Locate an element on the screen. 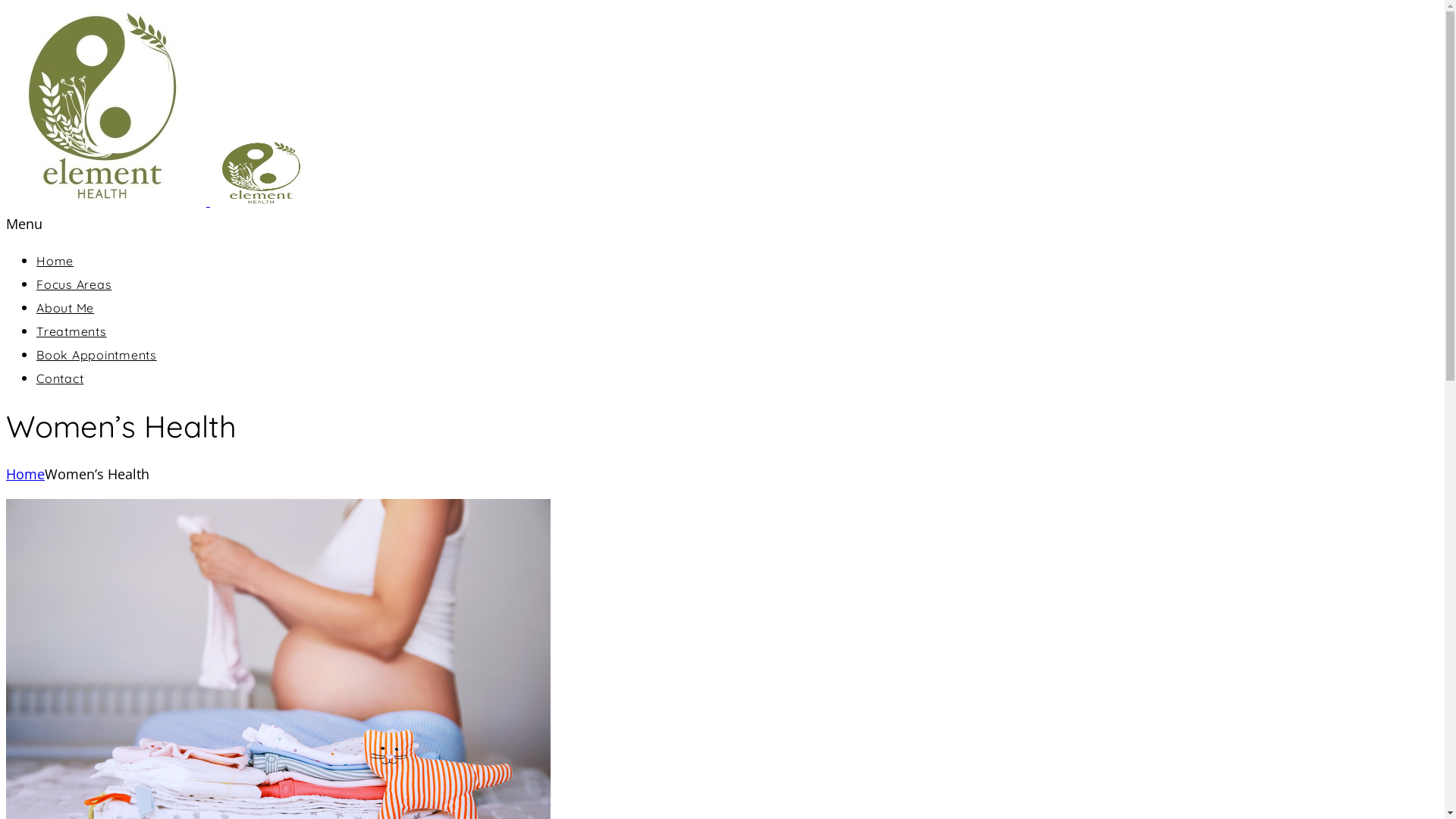  'About Me' is located at coordinates (64, 307).